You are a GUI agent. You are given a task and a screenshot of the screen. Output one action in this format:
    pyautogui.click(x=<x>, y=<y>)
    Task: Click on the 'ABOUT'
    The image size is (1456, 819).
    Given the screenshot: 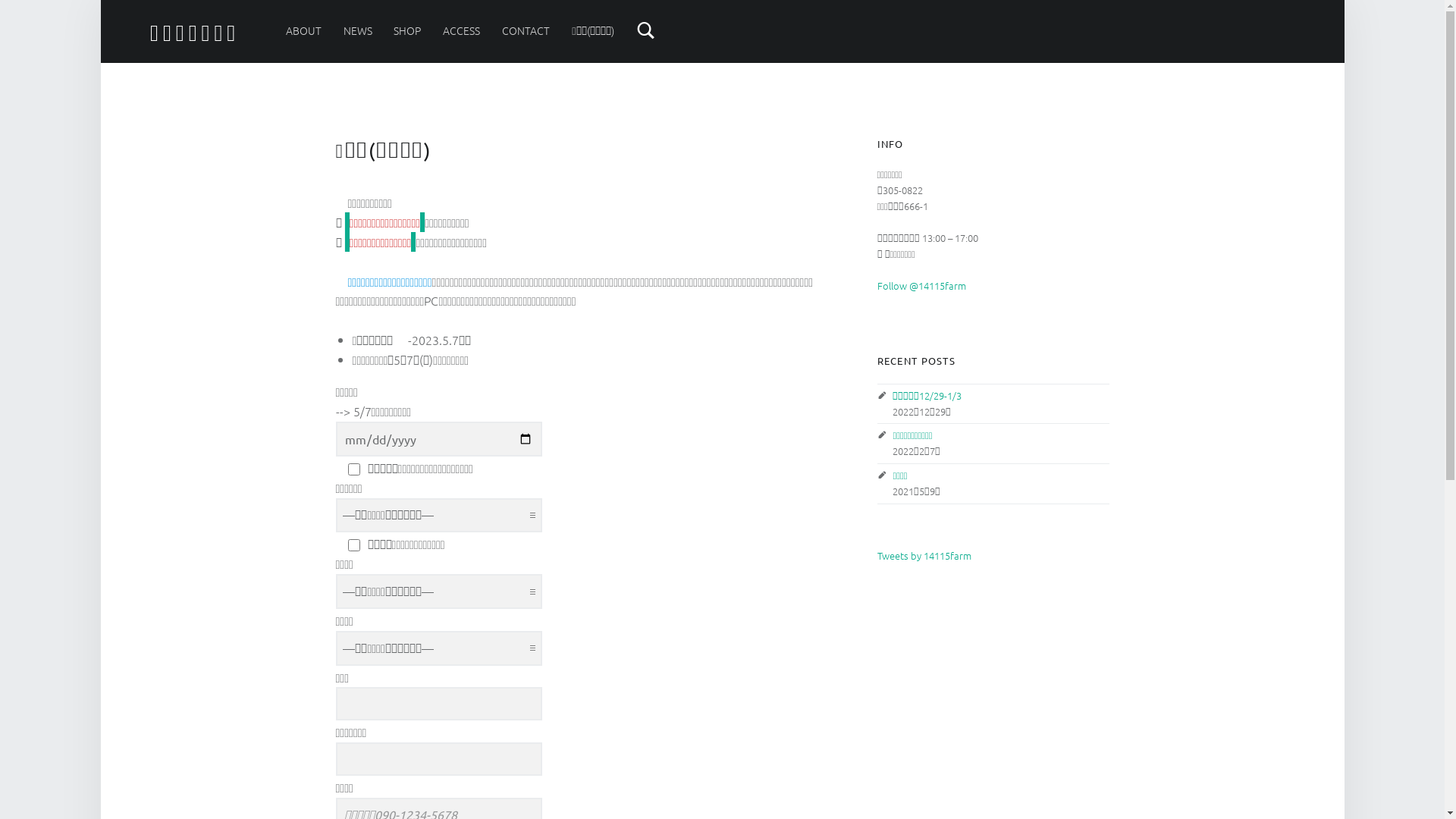 What is the action you would take?
    pyautogui.click(x=286, y=30)
    